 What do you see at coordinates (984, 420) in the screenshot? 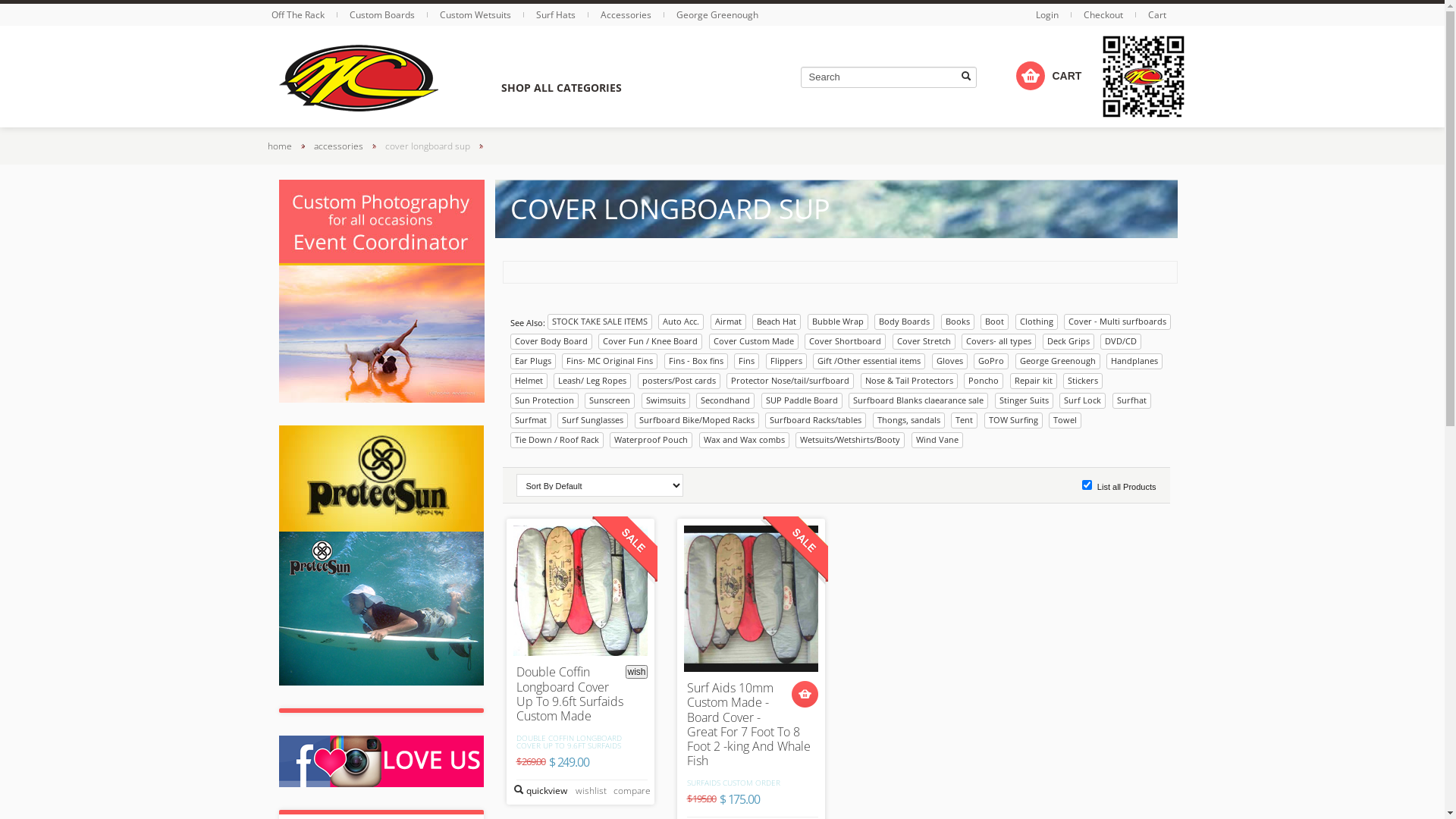
I see `'TOW Surfing'` at bounding box center [984, 420].